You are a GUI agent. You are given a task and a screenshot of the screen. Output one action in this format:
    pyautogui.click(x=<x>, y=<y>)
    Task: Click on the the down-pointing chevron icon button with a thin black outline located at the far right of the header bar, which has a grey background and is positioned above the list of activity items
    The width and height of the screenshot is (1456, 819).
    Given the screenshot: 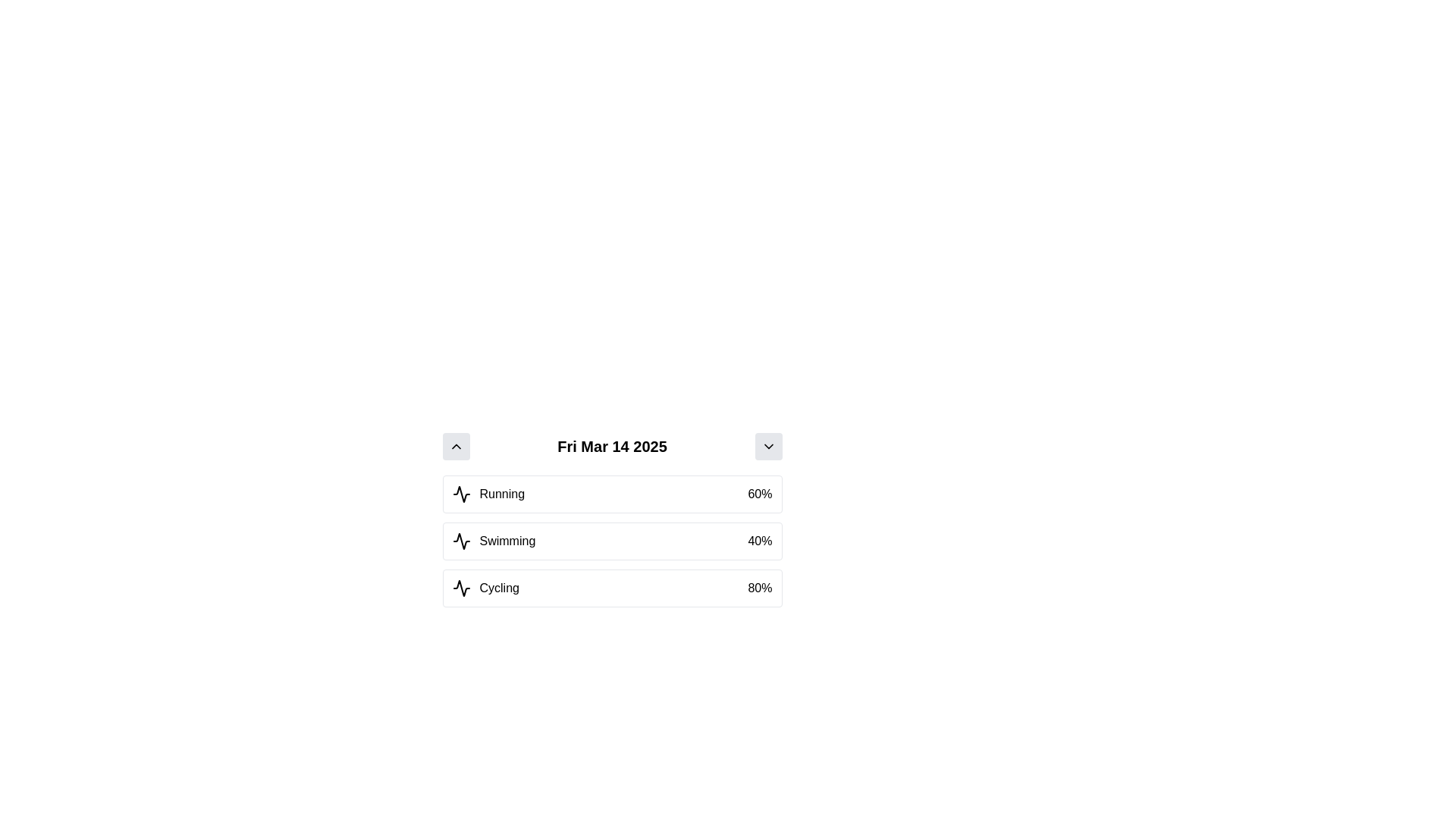 What is the action you would take?
    pyautogui.click(x=768, y=446)
    